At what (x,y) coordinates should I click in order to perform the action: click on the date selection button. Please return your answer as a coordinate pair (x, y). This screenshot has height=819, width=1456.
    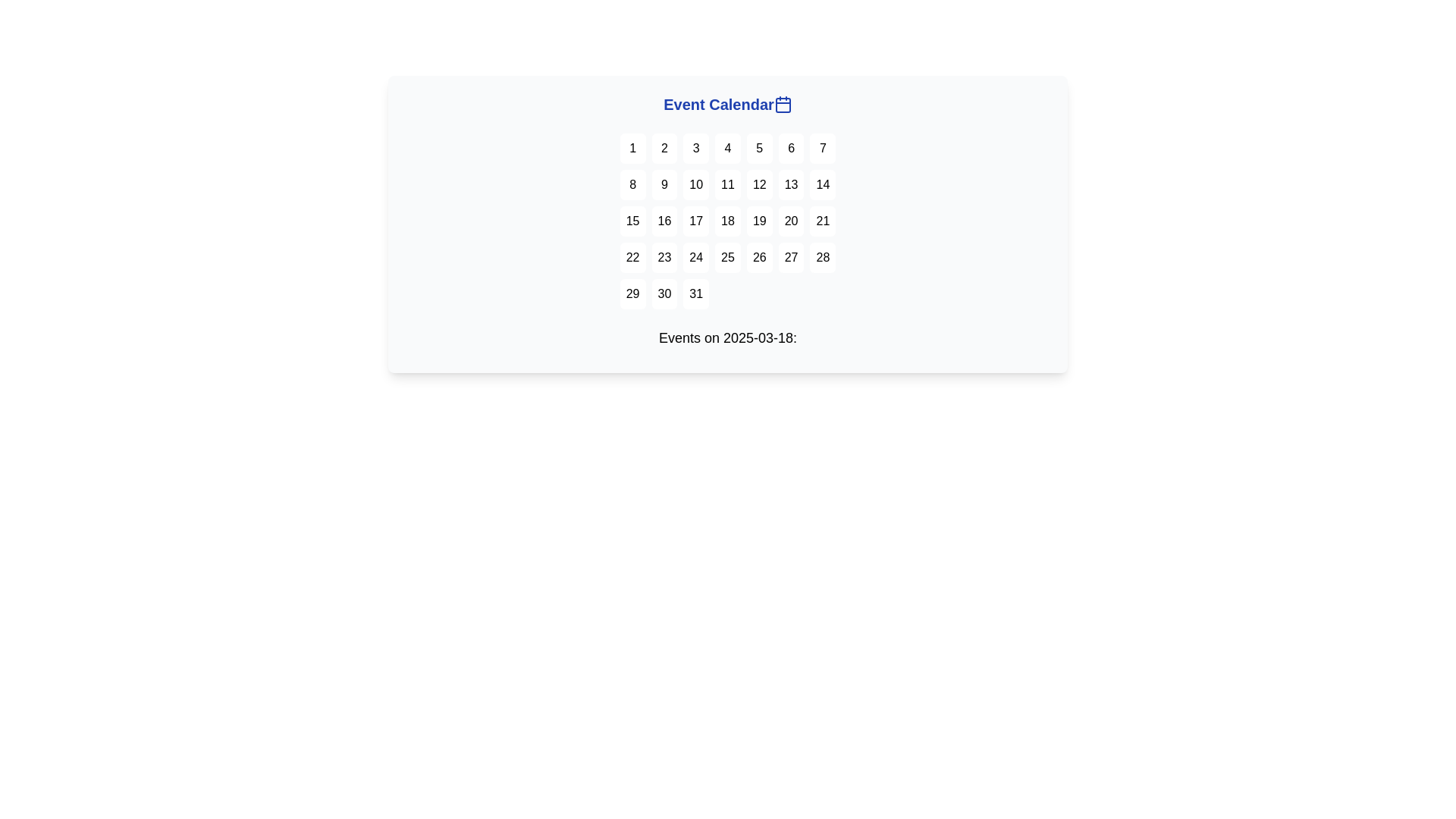
    Looking at the image, I should click on (728, 149).